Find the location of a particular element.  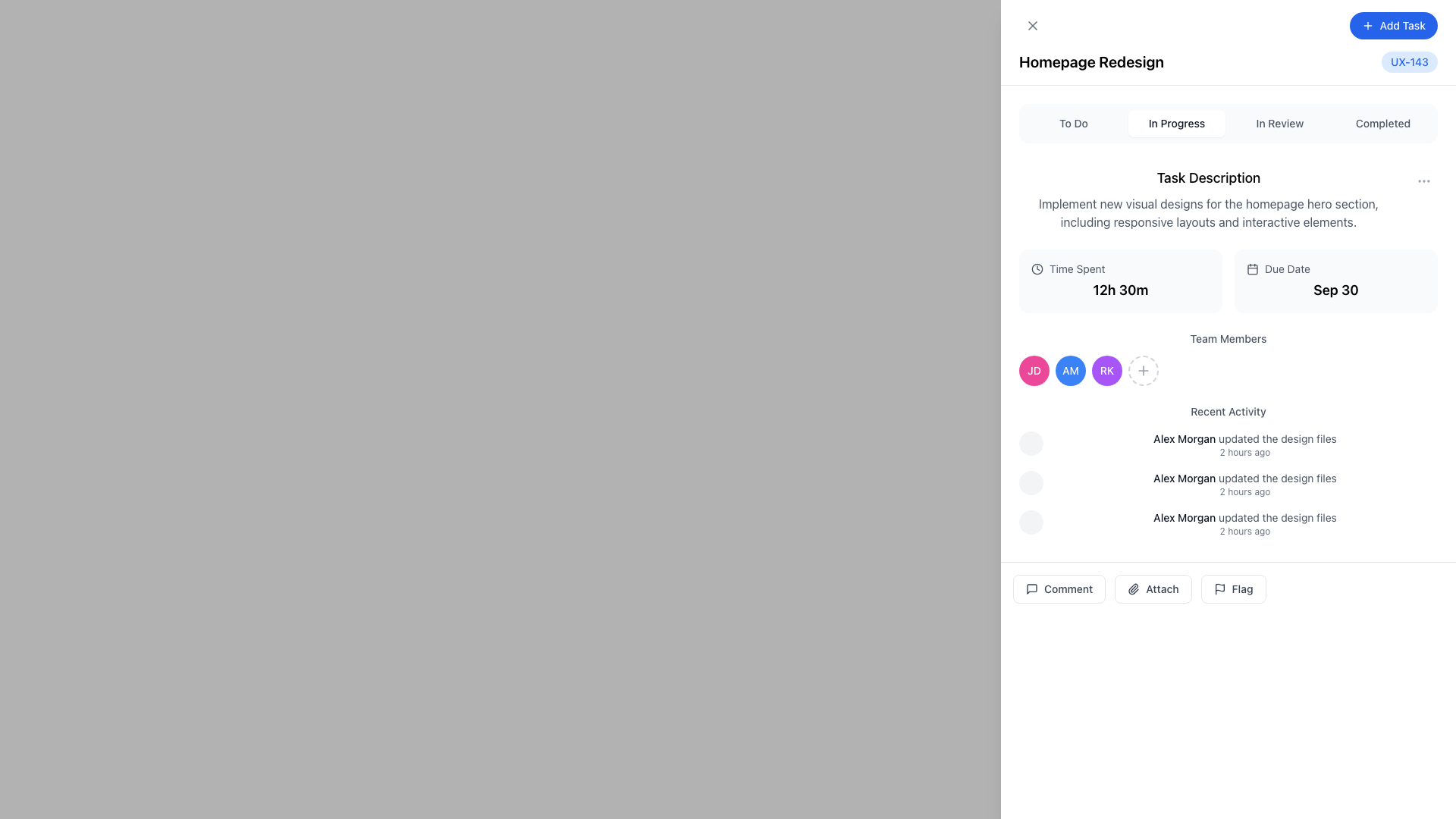

the text label that indicates the timestamp of the activity below 'Alex Morgan updated the design files' in the 'Recent Activity' section is located at coordinates (1244, 452).